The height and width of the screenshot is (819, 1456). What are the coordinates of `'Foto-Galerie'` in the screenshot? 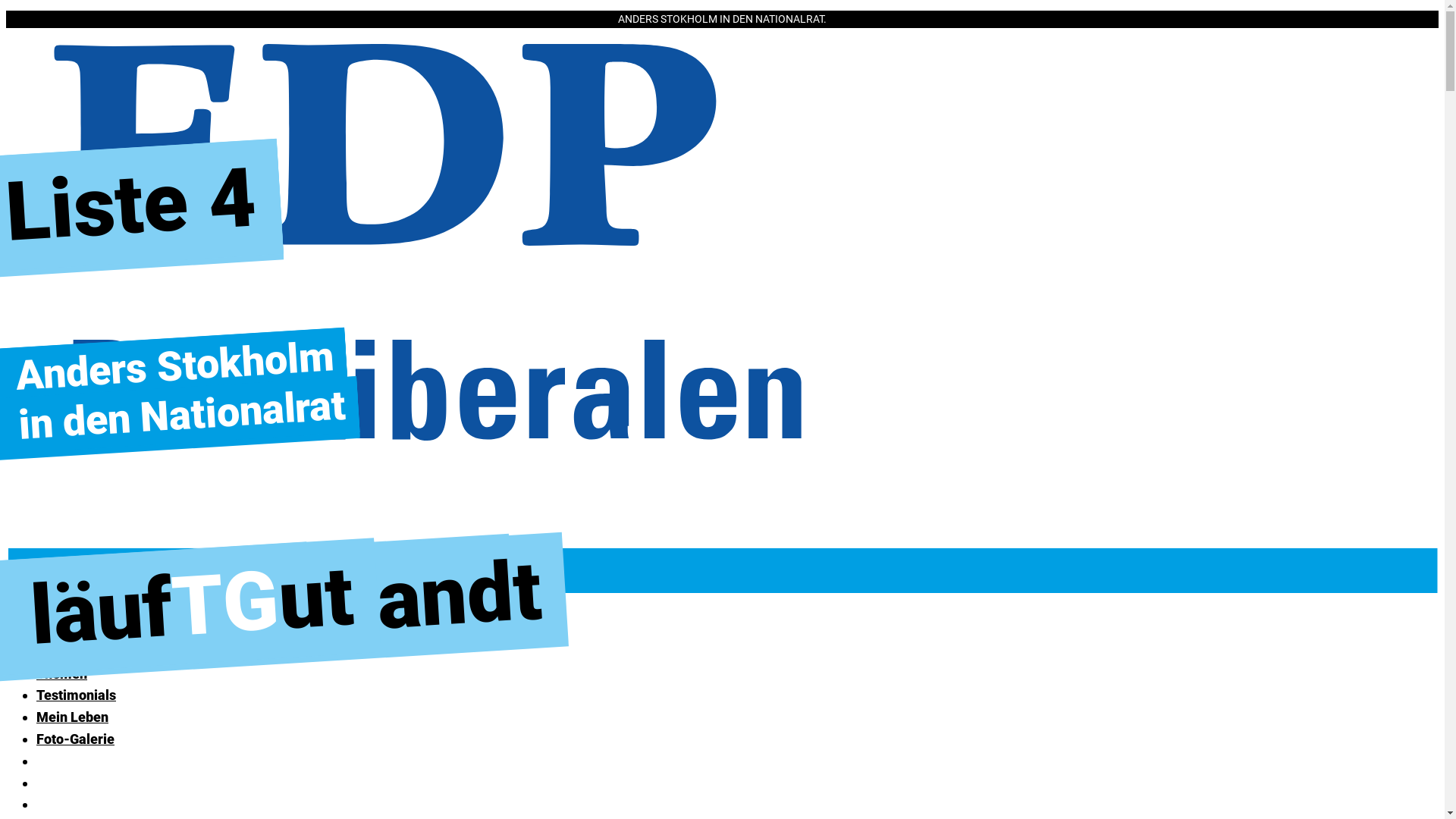 It's located at (74, 738).